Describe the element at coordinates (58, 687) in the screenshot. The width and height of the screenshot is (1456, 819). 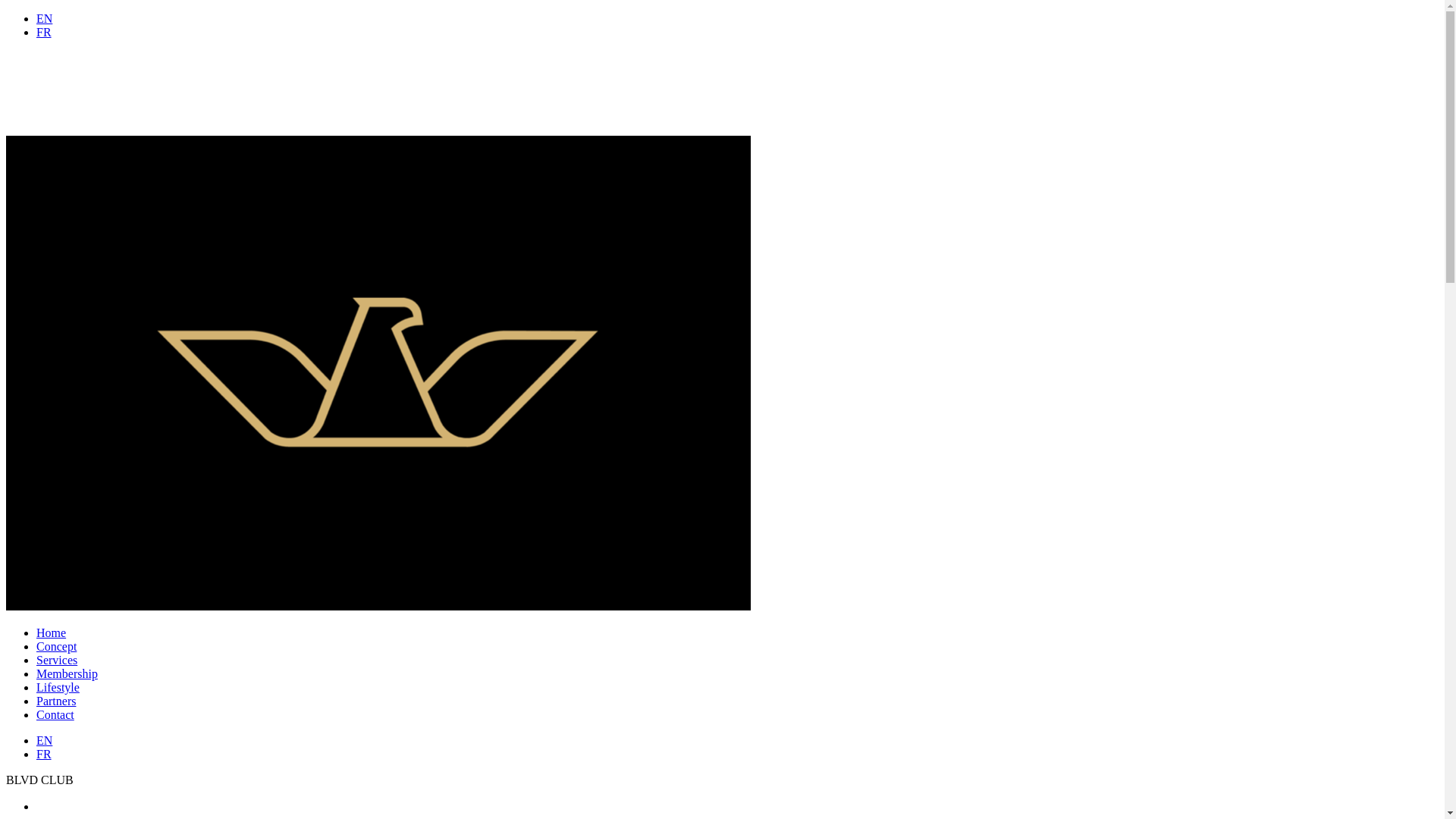
I see `'Lifestyle'` at that location.